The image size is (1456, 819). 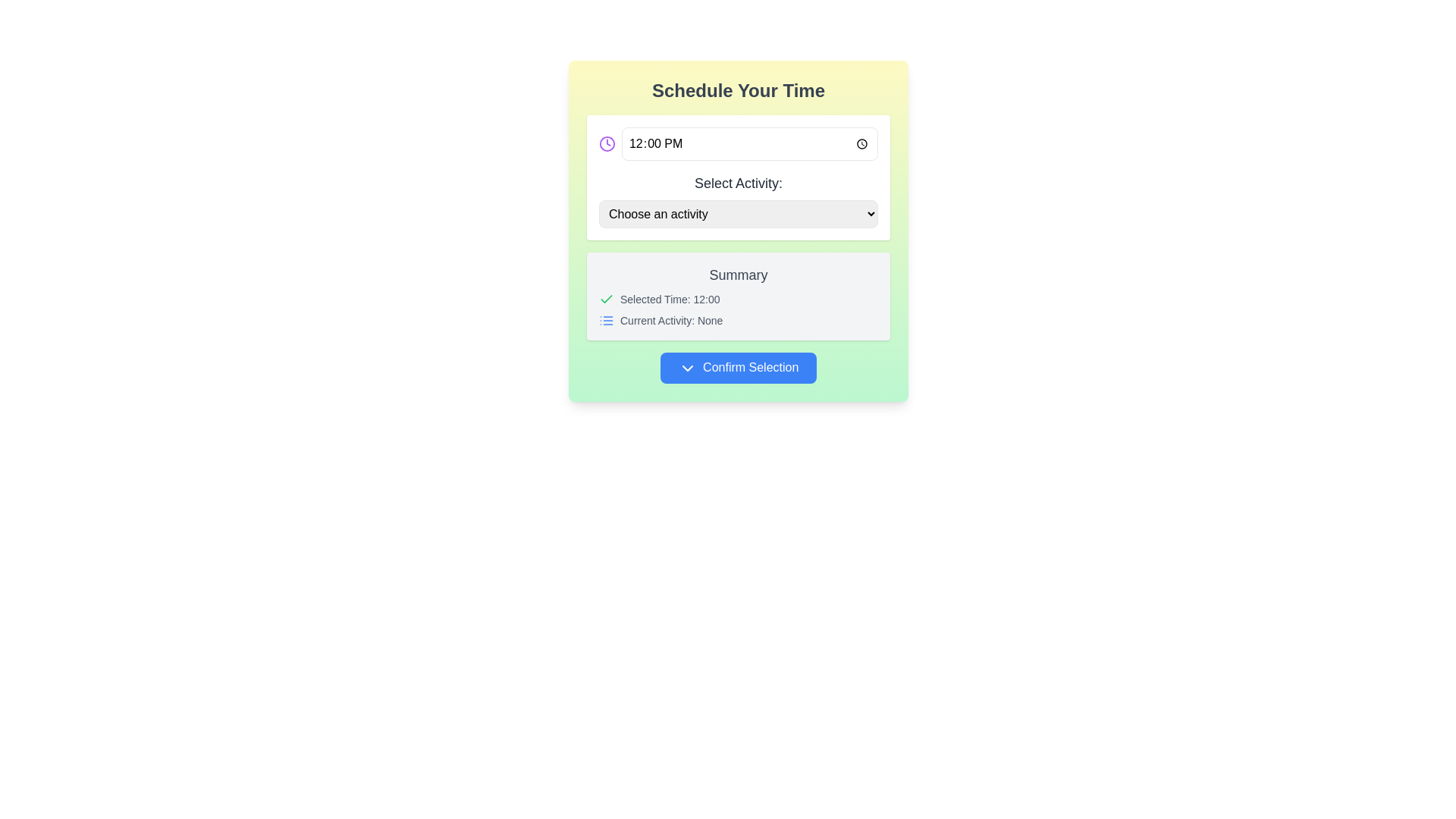 I want to click on the header text label, which serves as the section title for the panel below it, positioned at the top center of the panel, so click(x=739, y=90).